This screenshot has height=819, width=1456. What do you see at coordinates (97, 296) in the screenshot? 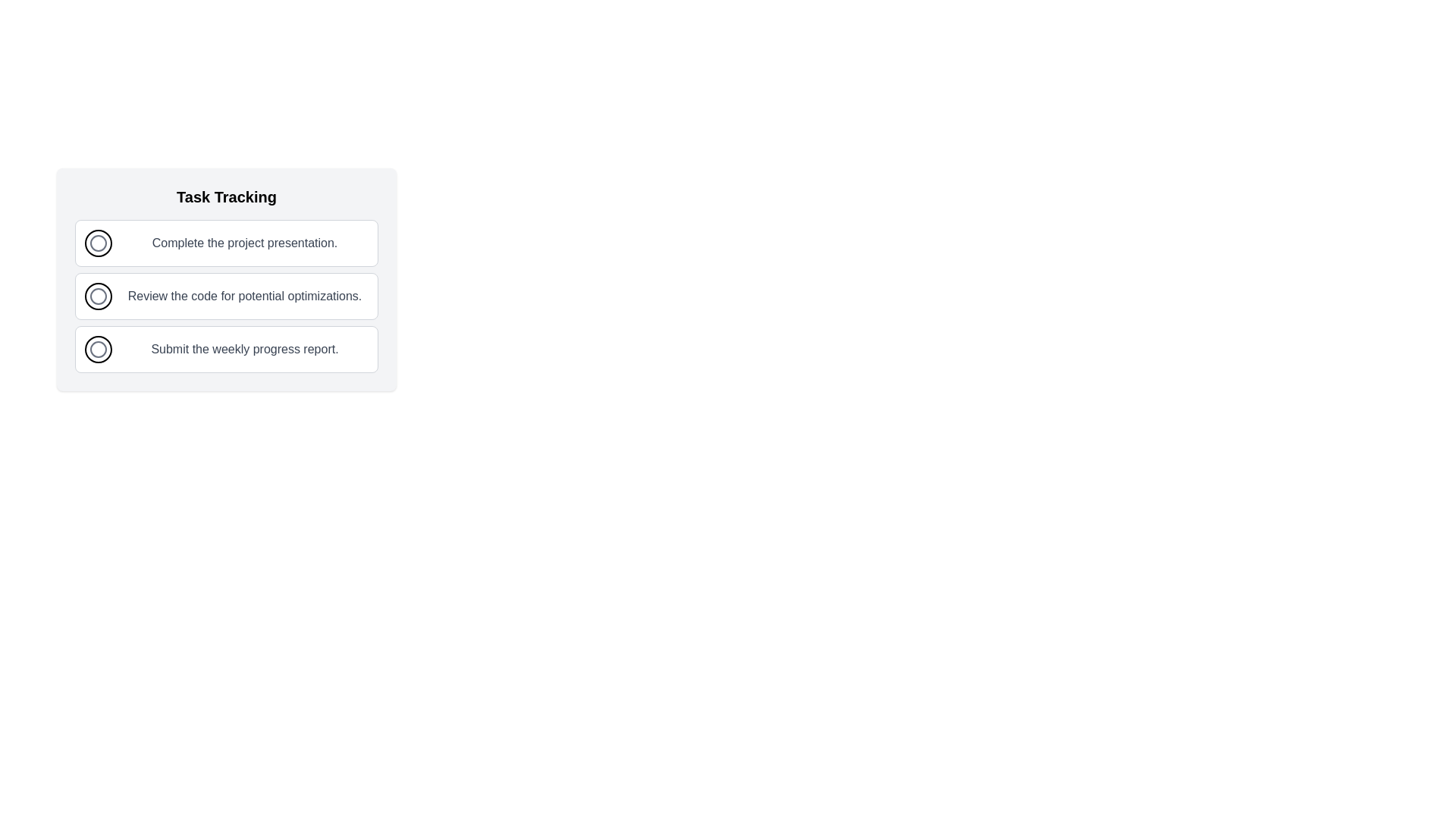
I see `the circular radio button with a dark border located to the left of the text 'Review the code for potential optimizations.'` at bounding box center [97, 296].